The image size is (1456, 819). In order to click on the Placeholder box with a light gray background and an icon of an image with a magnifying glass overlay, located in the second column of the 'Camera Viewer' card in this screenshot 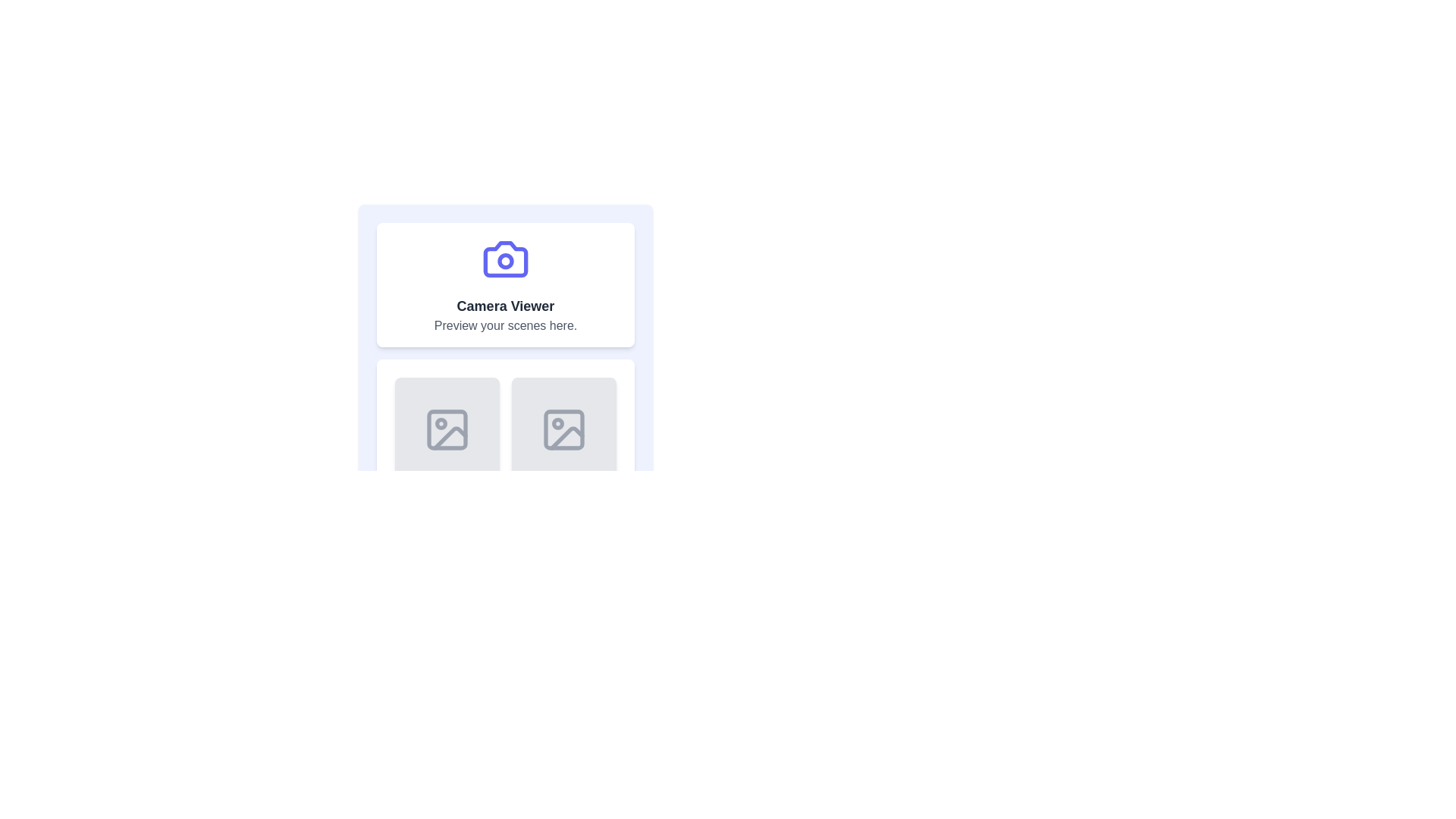, I will do `click(563, 430)`.